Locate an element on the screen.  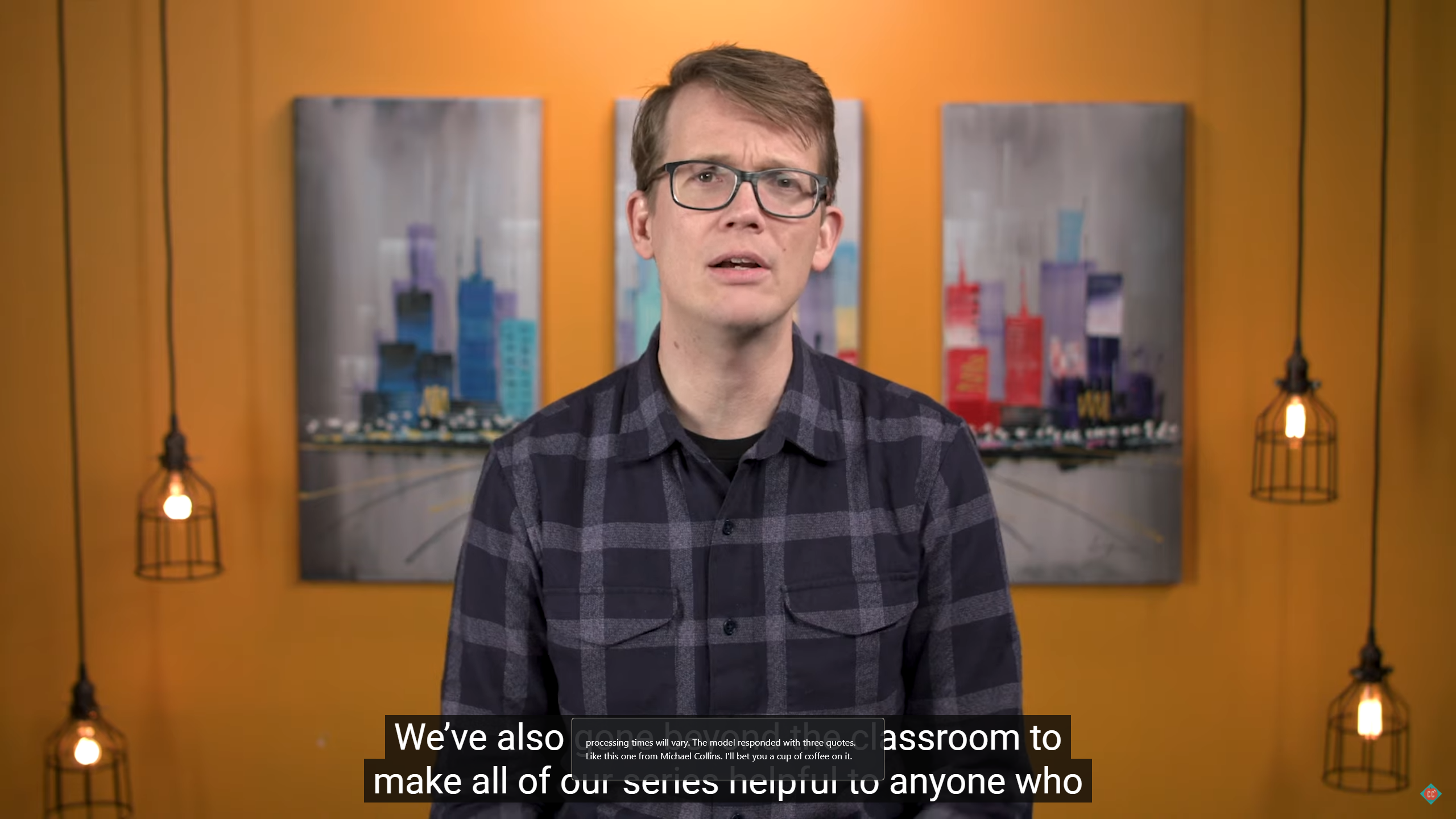
'Pause (k)' is located at coordinates (32, 803).